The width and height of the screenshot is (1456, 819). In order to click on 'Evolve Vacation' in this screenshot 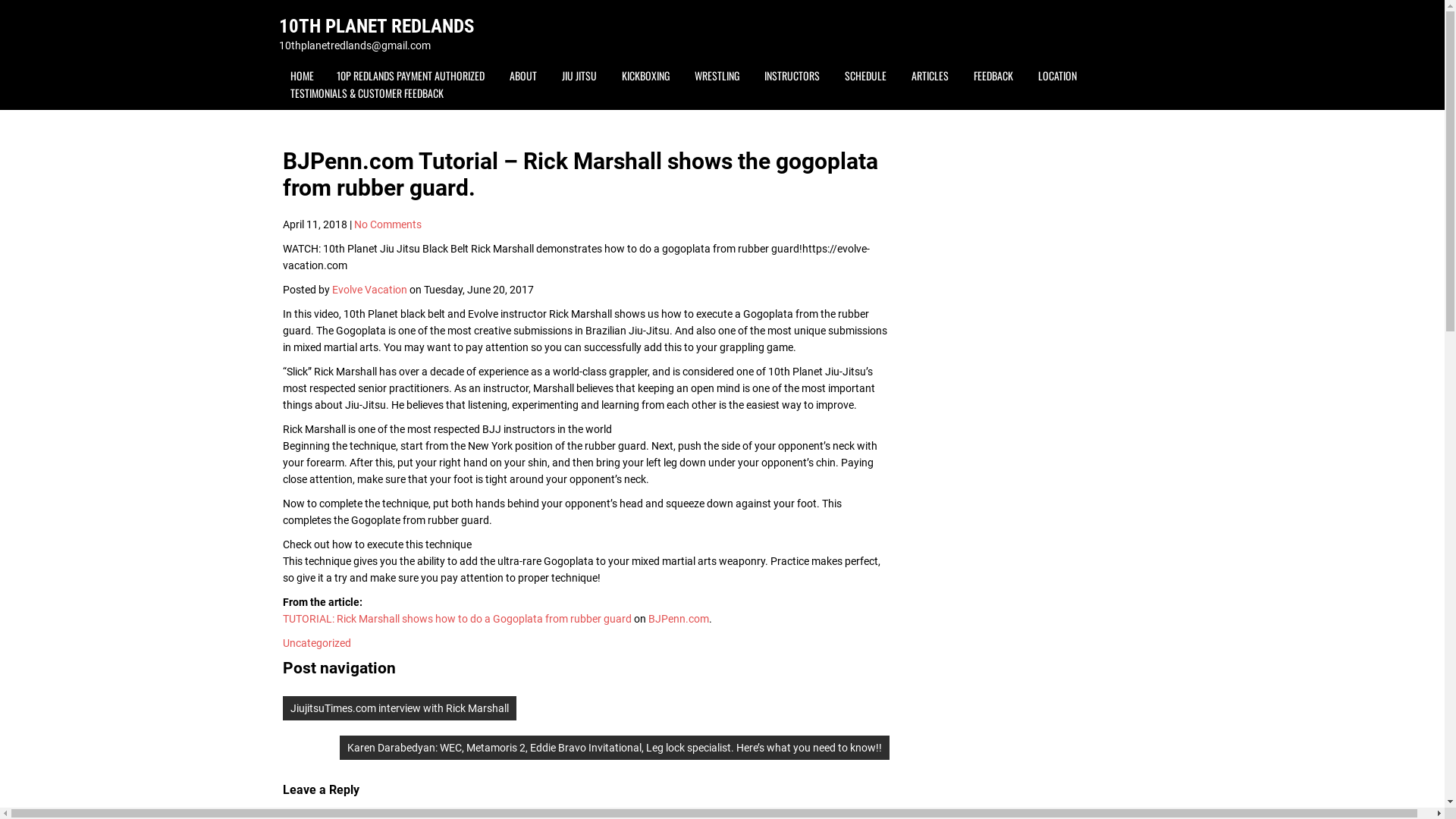, I will do `click(369, 289)`.